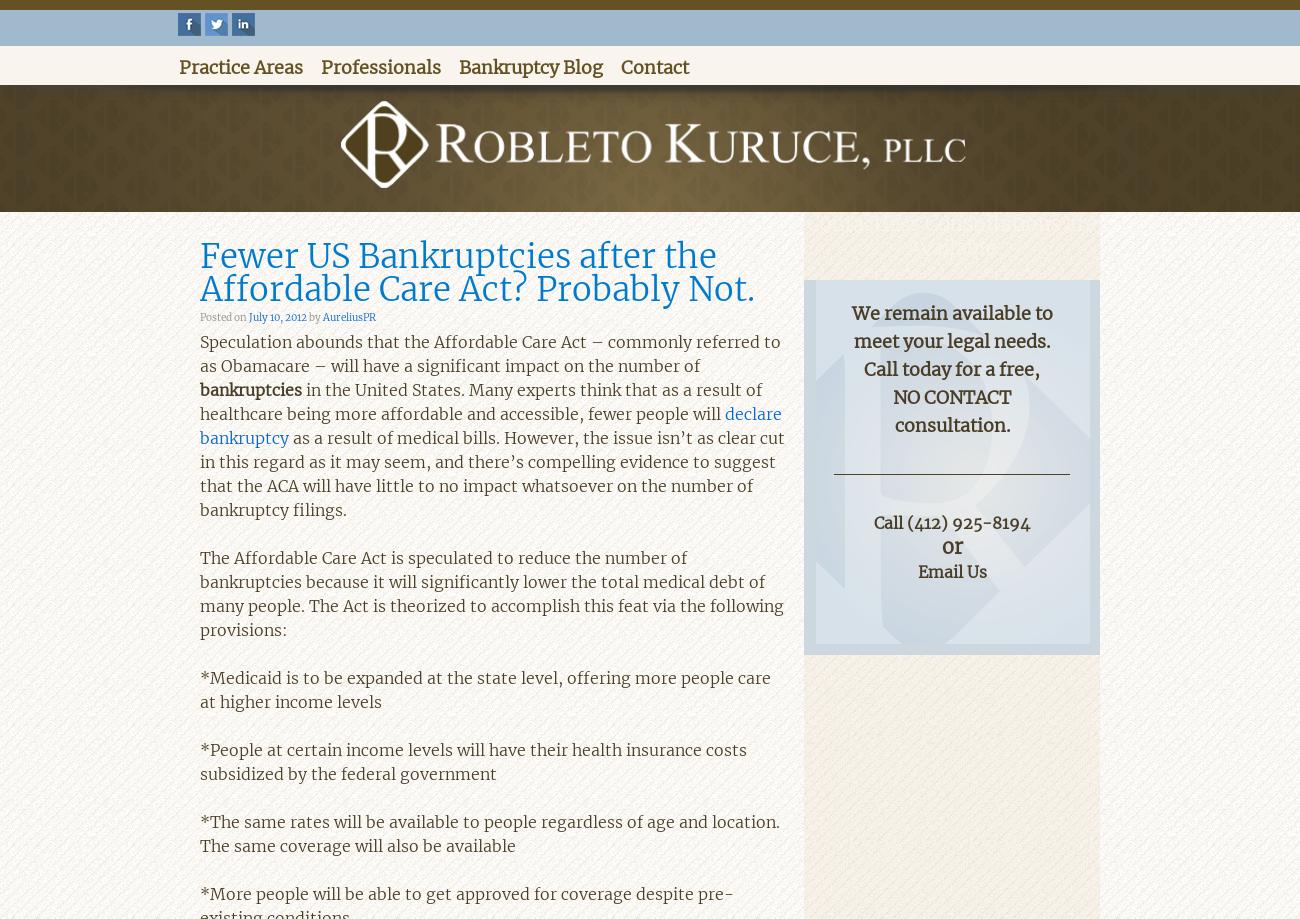 This screenshot has height=919, width=1300. I want to click on 'Contactless Consultations are Available', so click(951, 234).